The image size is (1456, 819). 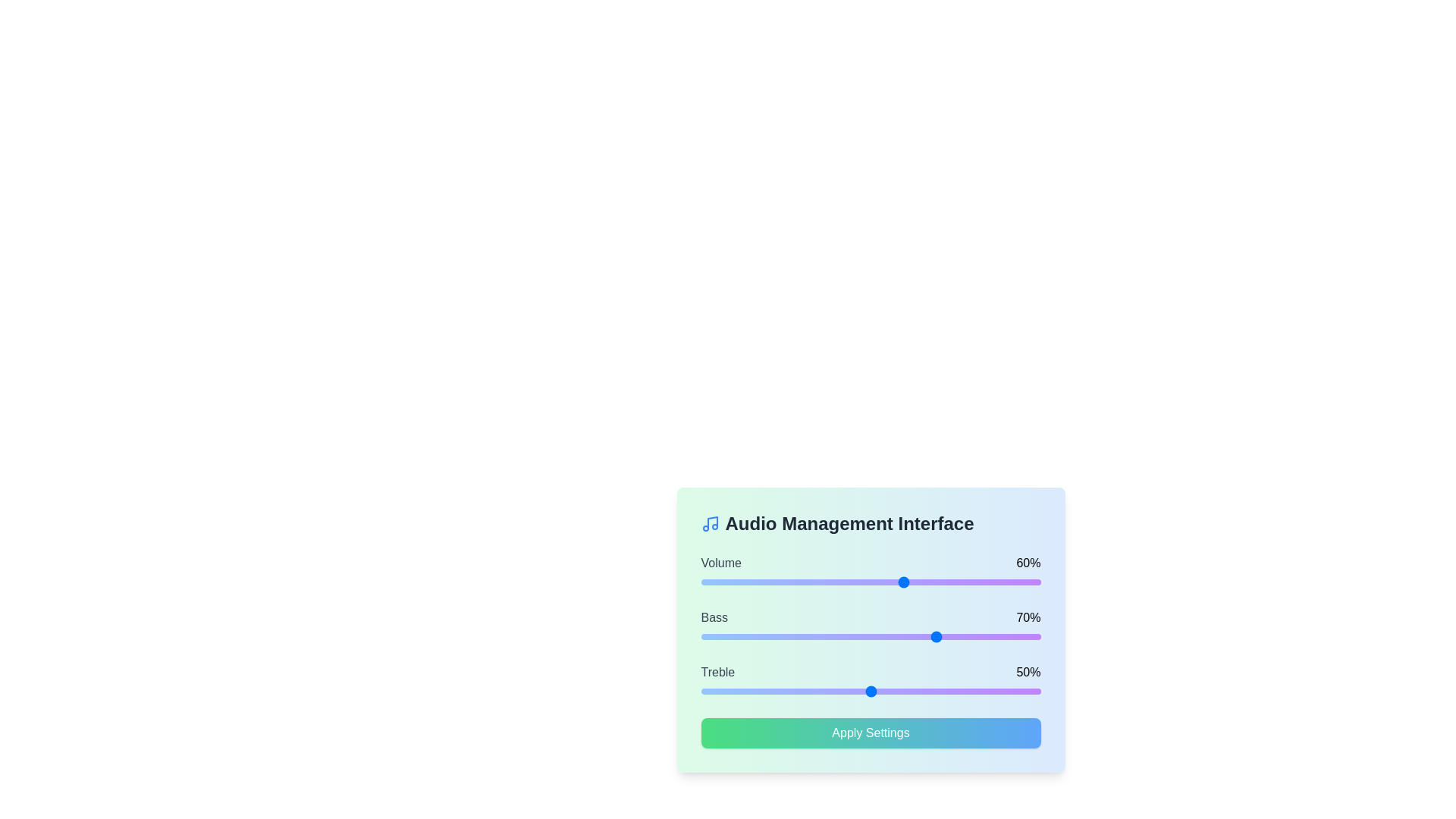 I want to click on the slider's value, so click(x=717, y=581).